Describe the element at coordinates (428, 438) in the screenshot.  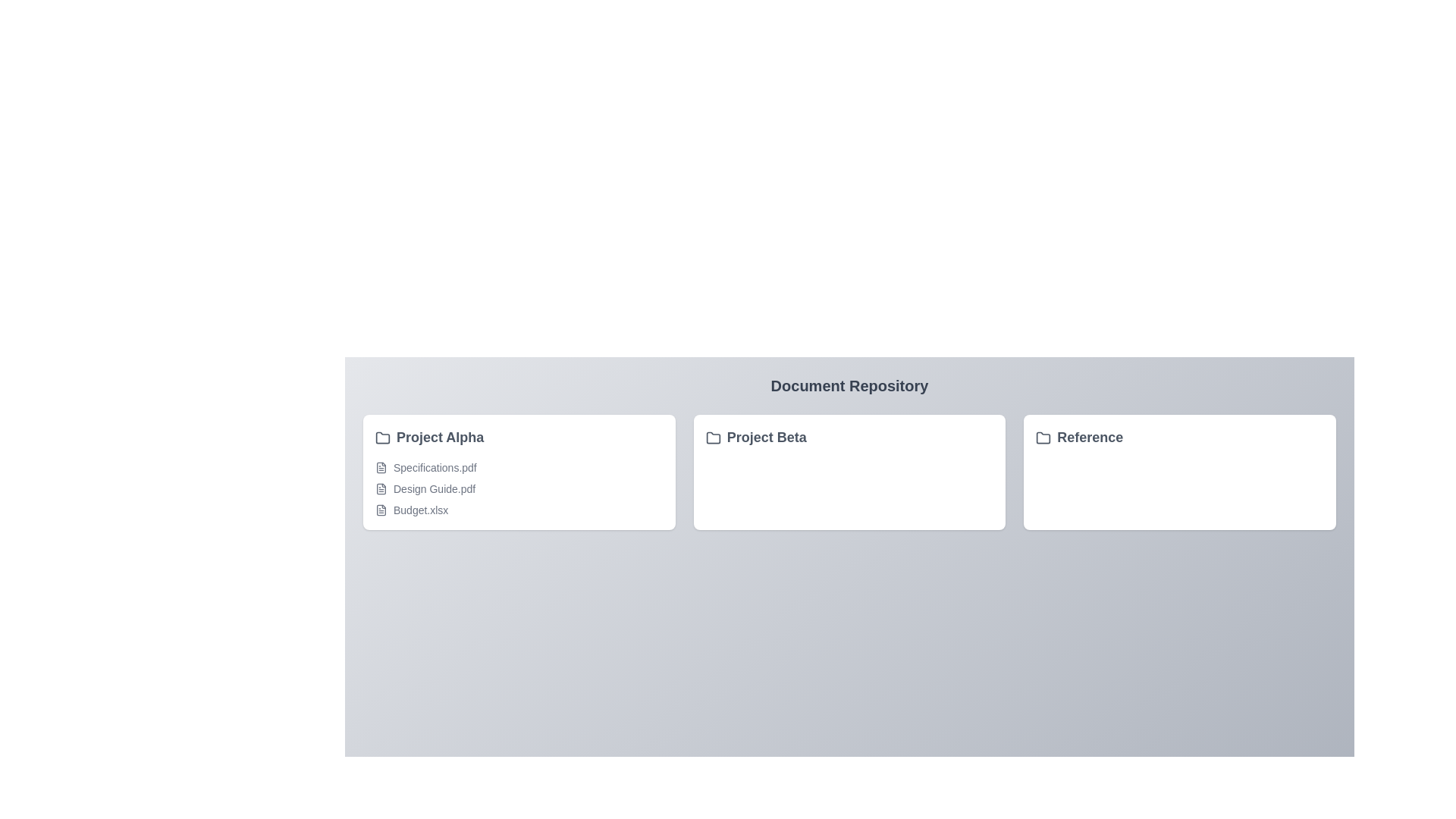
I see `the 'Project Alpha' text label` at that location.